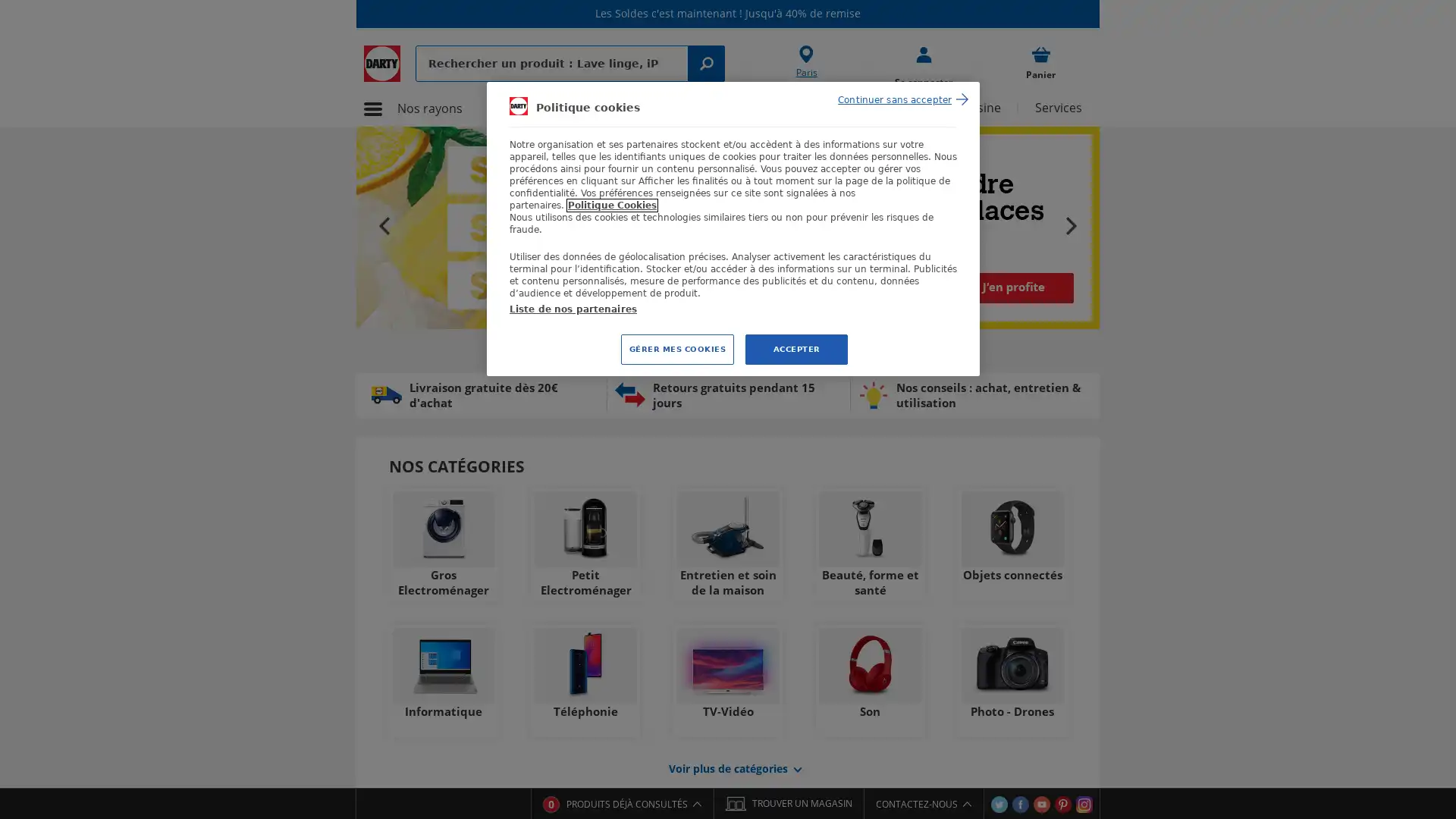 The image size is (1456, 819). I want to click on ACCEPTER, so click(795, 348).